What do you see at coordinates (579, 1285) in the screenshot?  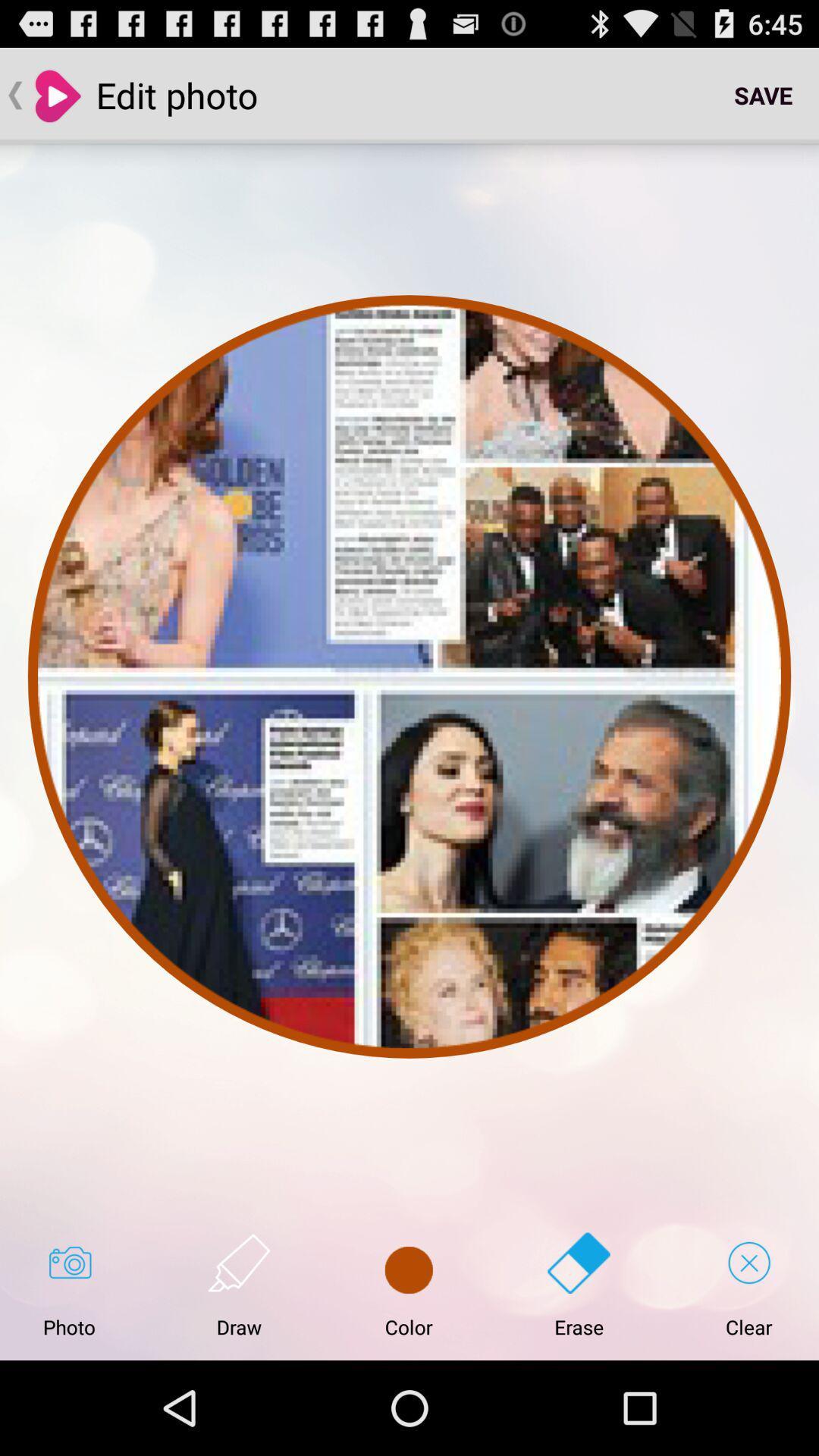 I see `icon to the right of the color button` at bounding box center [579, 1285].